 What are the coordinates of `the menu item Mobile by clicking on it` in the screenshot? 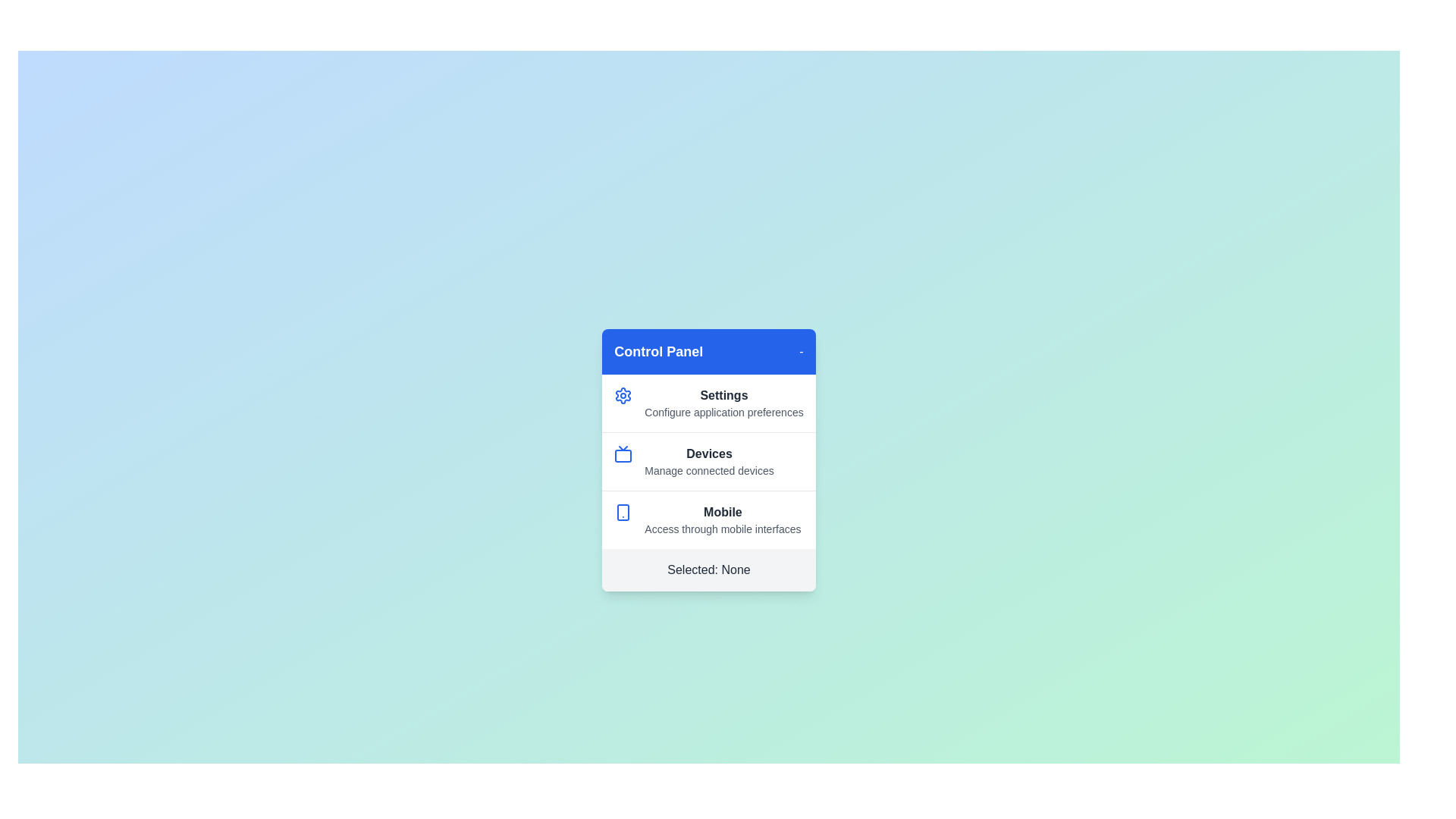 It's located at (708, 519).